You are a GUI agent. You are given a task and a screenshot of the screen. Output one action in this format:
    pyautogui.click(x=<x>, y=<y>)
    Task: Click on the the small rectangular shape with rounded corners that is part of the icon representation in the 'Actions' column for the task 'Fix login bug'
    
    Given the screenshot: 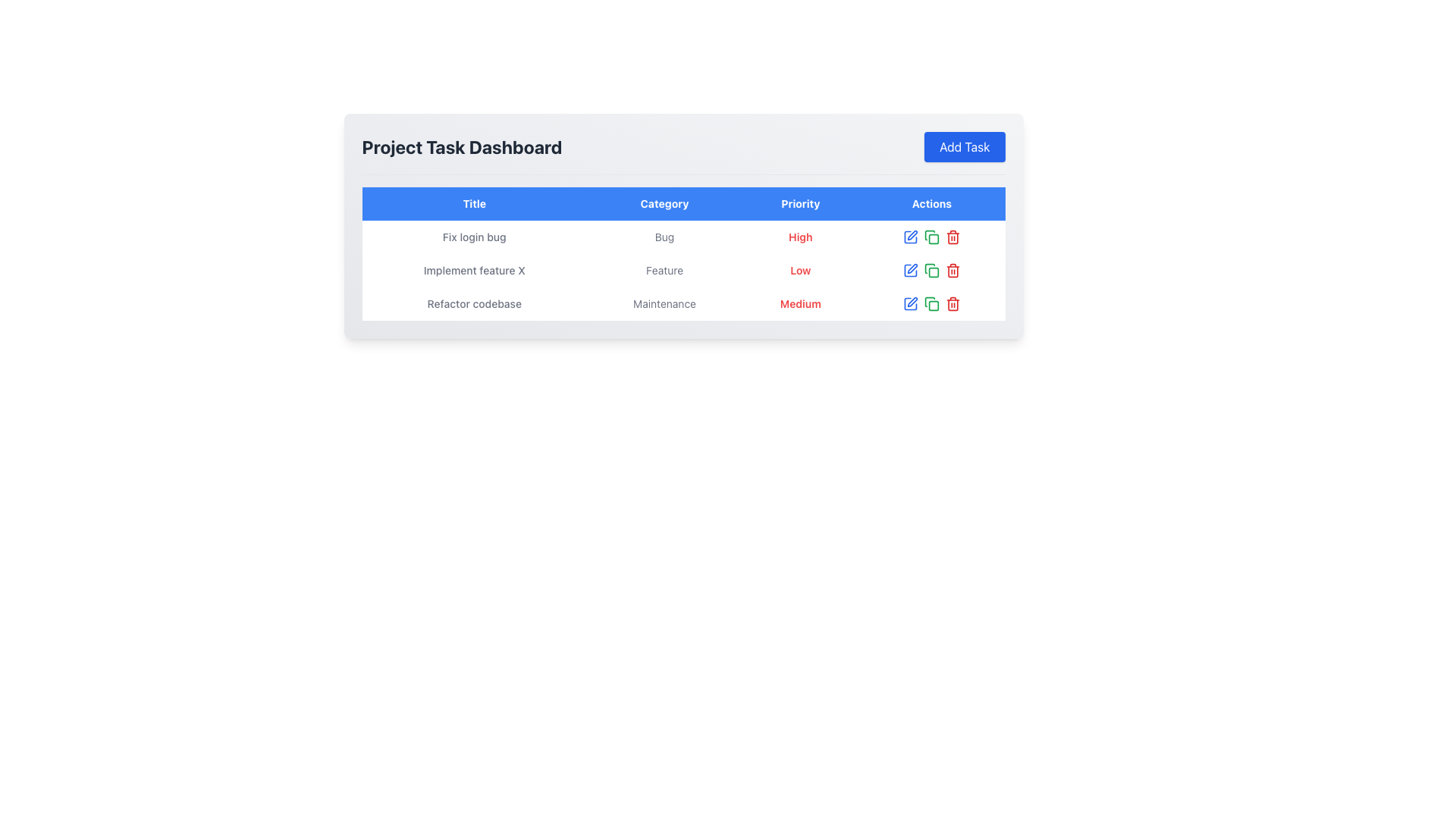 What is the action you would take?
    pyautogui.click(x=933, y=306)
    